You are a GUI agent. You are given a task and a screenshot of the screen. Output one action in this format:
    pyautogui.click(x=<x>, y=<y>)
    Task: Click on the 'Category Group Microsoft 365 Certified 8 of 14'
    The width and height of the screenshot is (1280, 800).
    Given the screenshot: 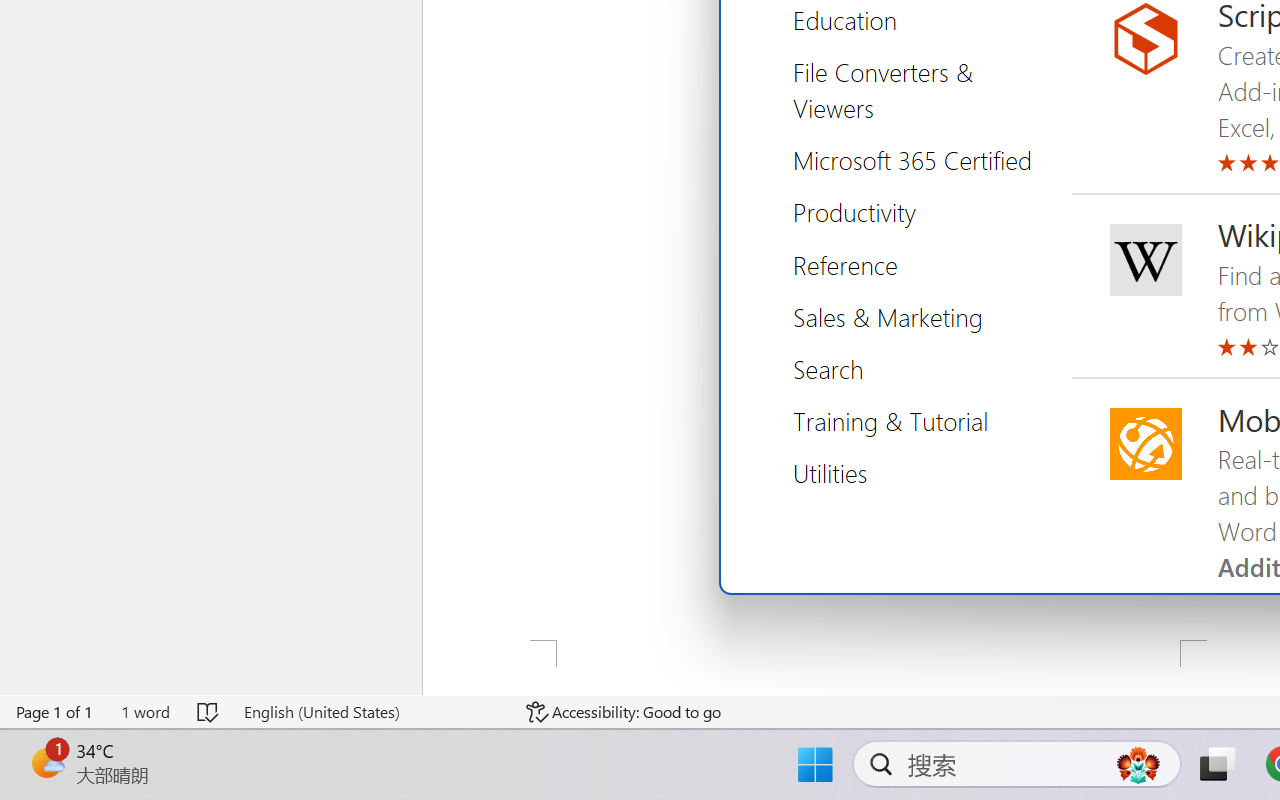 What is the action you would take?
    pyautogui.click(x=919, y=160)
    